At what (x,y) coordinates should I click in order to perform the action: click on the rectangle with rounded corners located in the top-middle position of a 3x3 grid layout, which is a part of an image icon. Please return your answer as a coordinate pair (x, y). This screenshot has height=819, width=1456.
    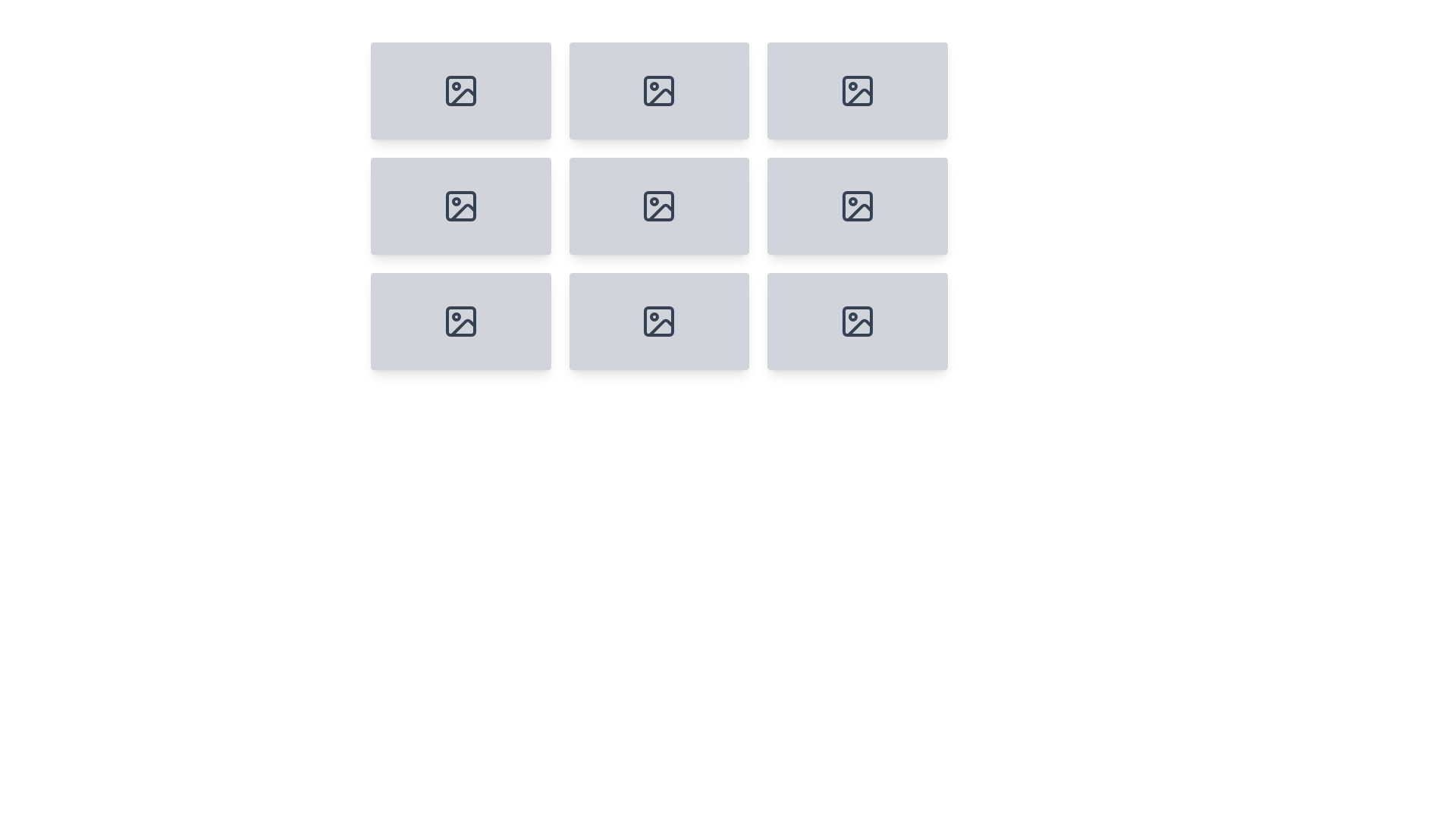
    Looking at the image, I should click on (659, 90).